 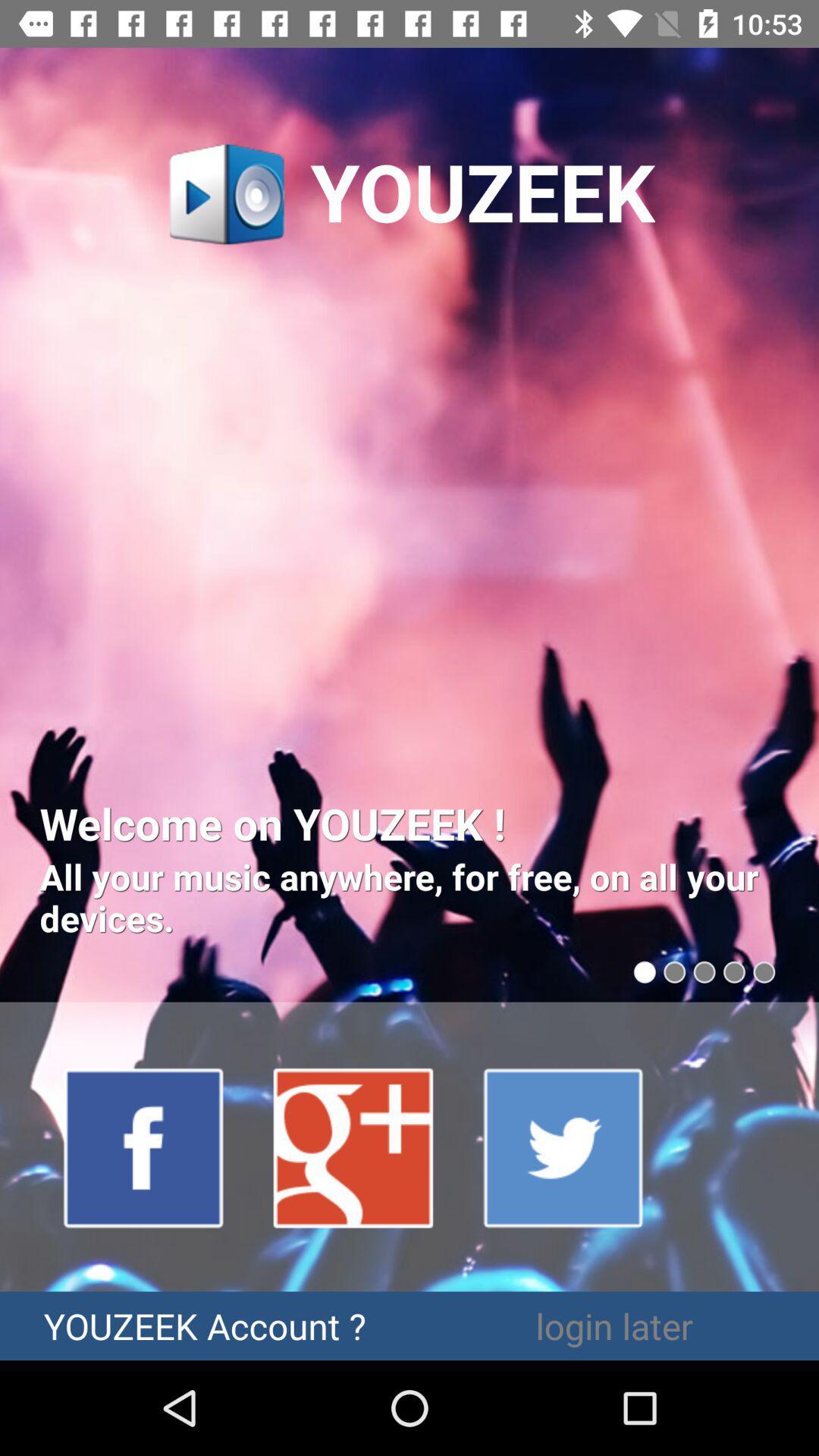 What do you see at coordinates (354, 1147) in the screenshot?
I see `the icon below the all your music` at bounding box center [354, 1147].